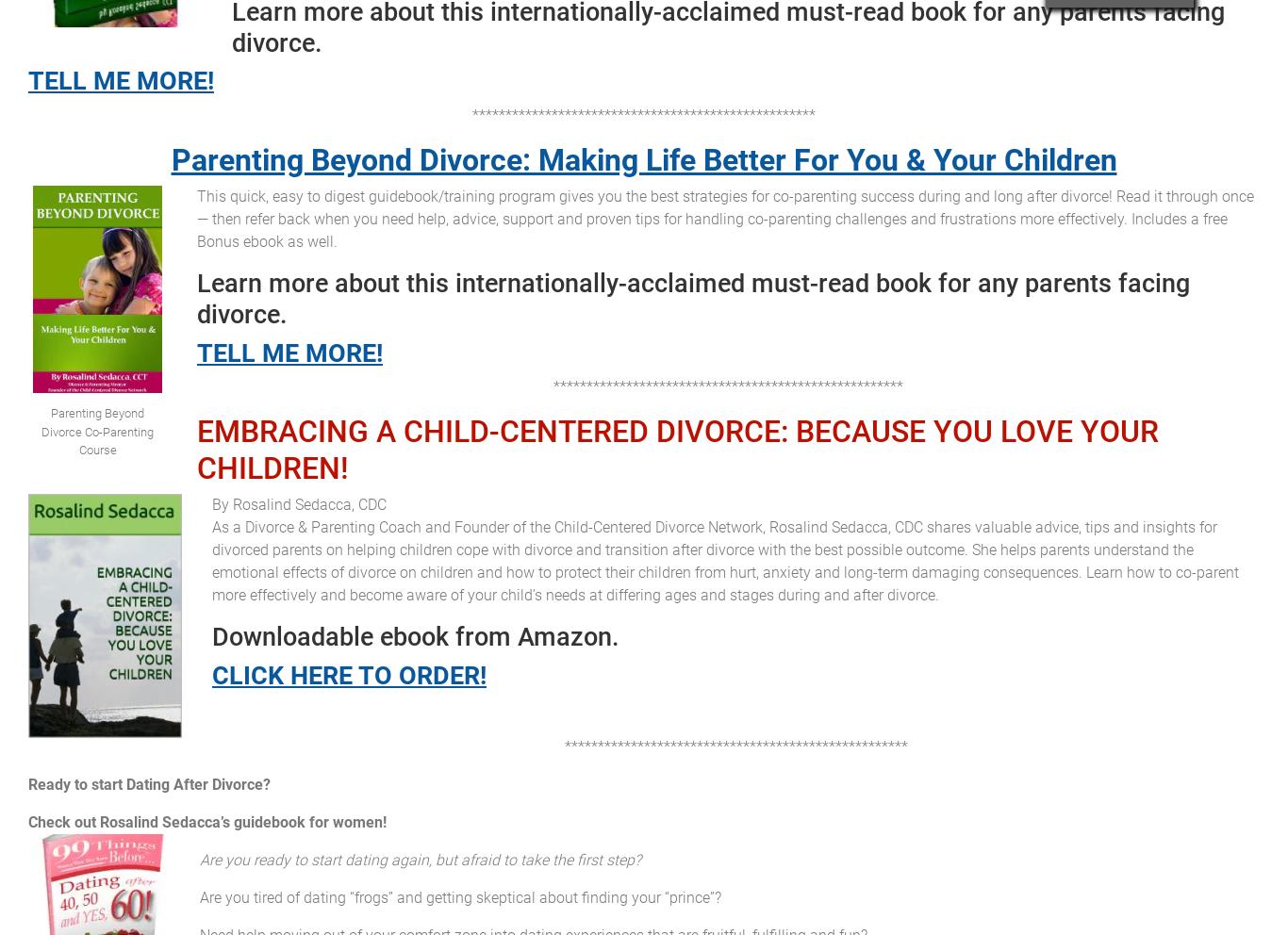 The height and width of the screenshot is (935, 1288). What do you see at coordinates (206, 822) in the screenshot?
I see `'Check out Rosalind Sedacca’s guidebook for women!'` at bounding box center [206, 822].